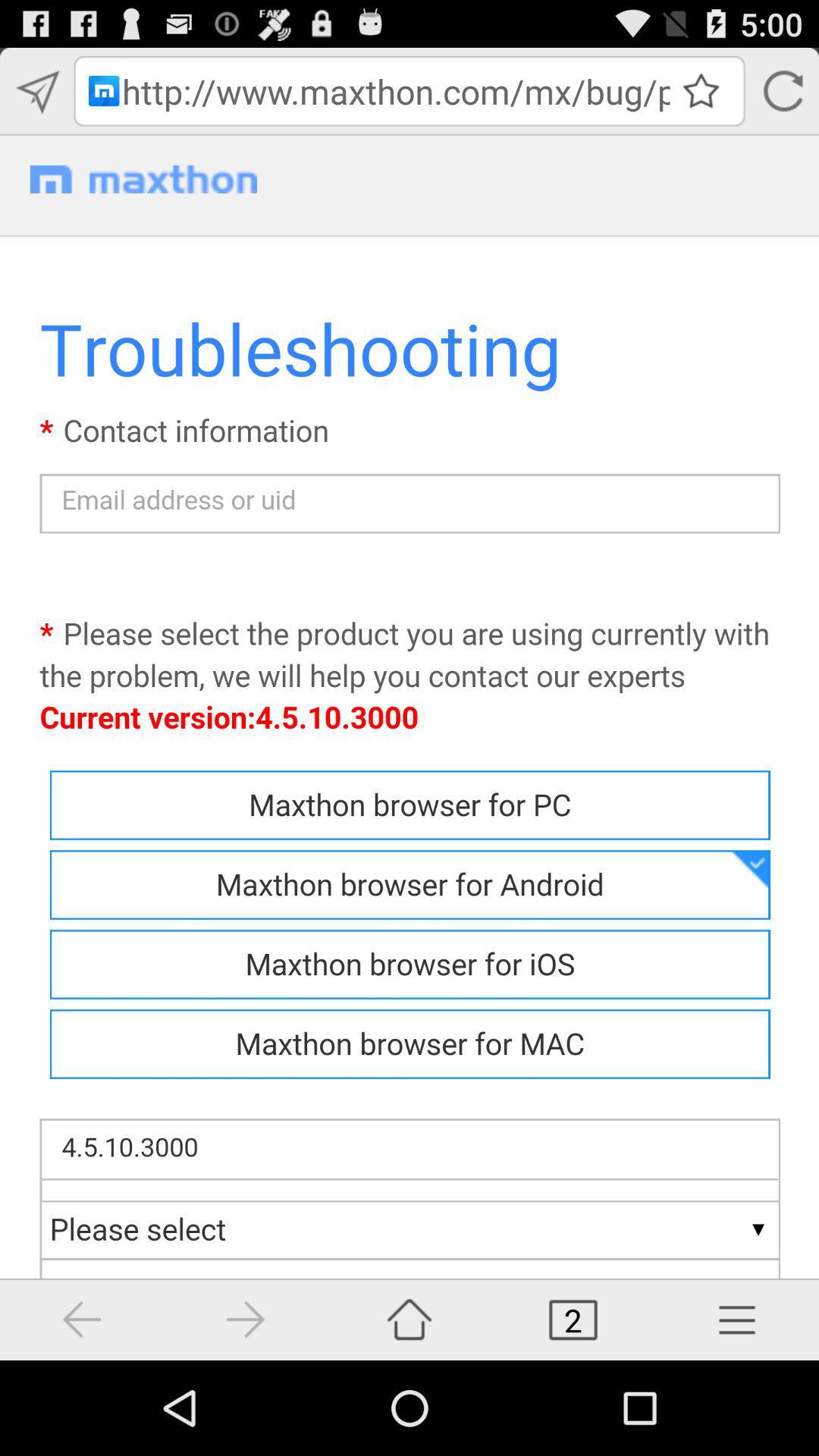  Describe the element at coordinates (701, 96) in the screenshot. I see `the star icon` at that location.